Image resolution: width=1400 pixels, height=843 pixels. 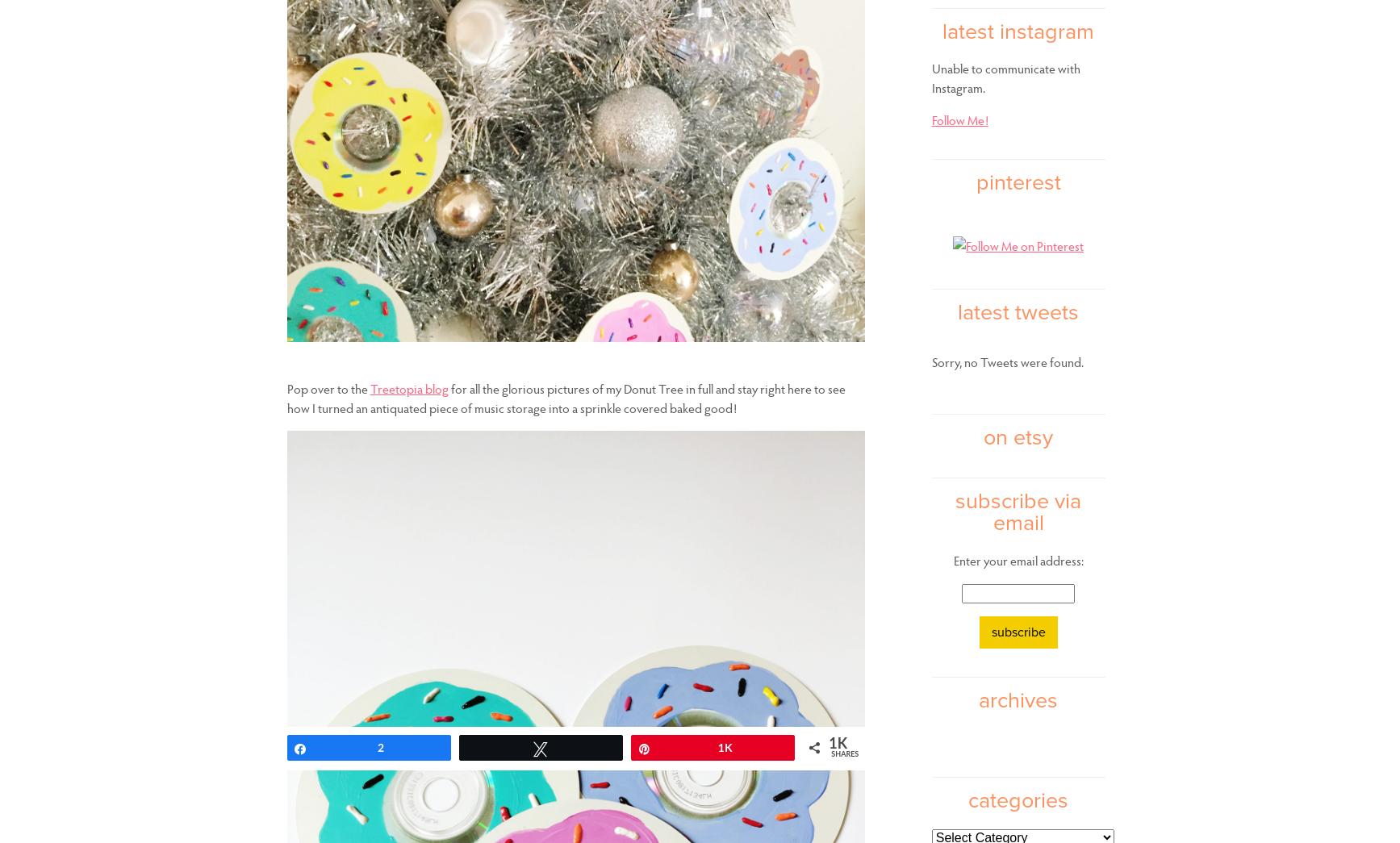 What do you see at coordinates (1018, 511) in the screenshot?
I see `'Subscribe via email'` at bounding box center [1018, 511].